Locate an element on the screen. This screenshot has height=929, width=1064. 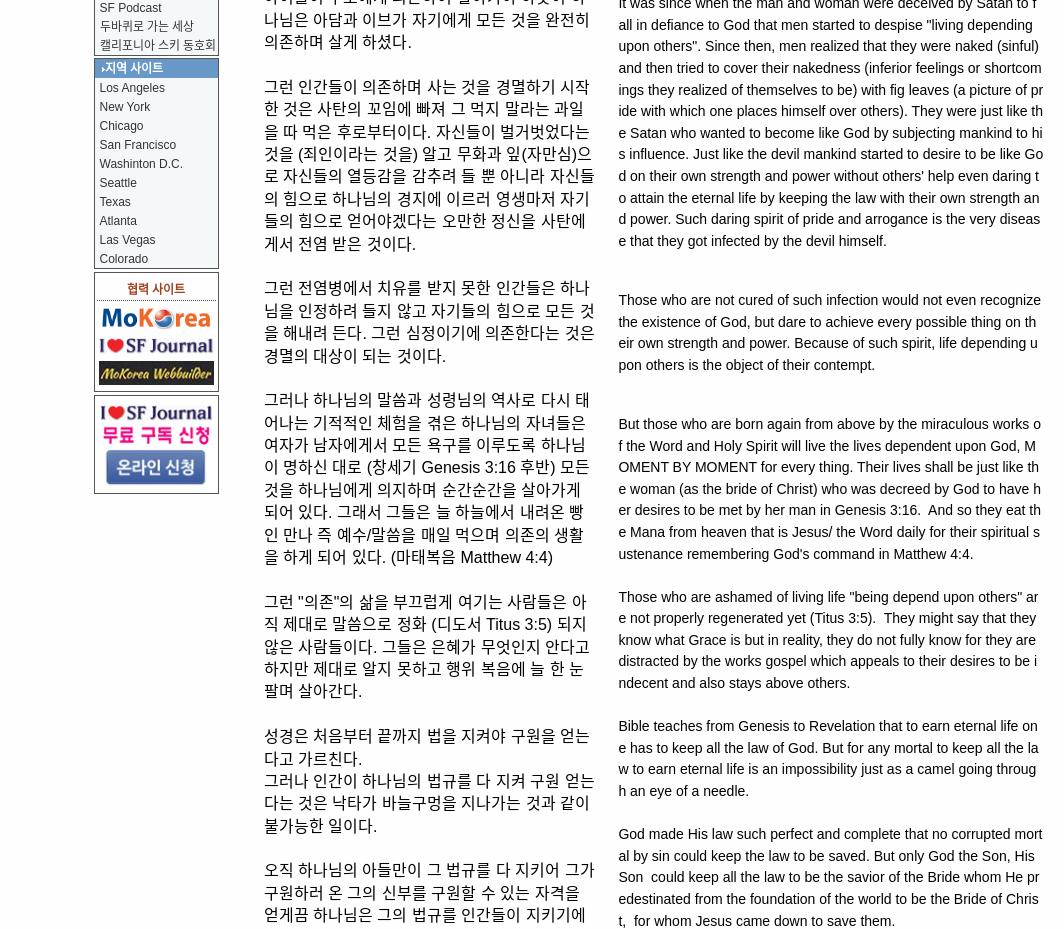
'Those who are not cured of such infection would not even recognize 		the existence of God, but dare to achieve every possible thing on their own 		strength and power. Because of such spirit, life depending upon others 		is the object of their contempt.' is located at coordinates (617, 331).